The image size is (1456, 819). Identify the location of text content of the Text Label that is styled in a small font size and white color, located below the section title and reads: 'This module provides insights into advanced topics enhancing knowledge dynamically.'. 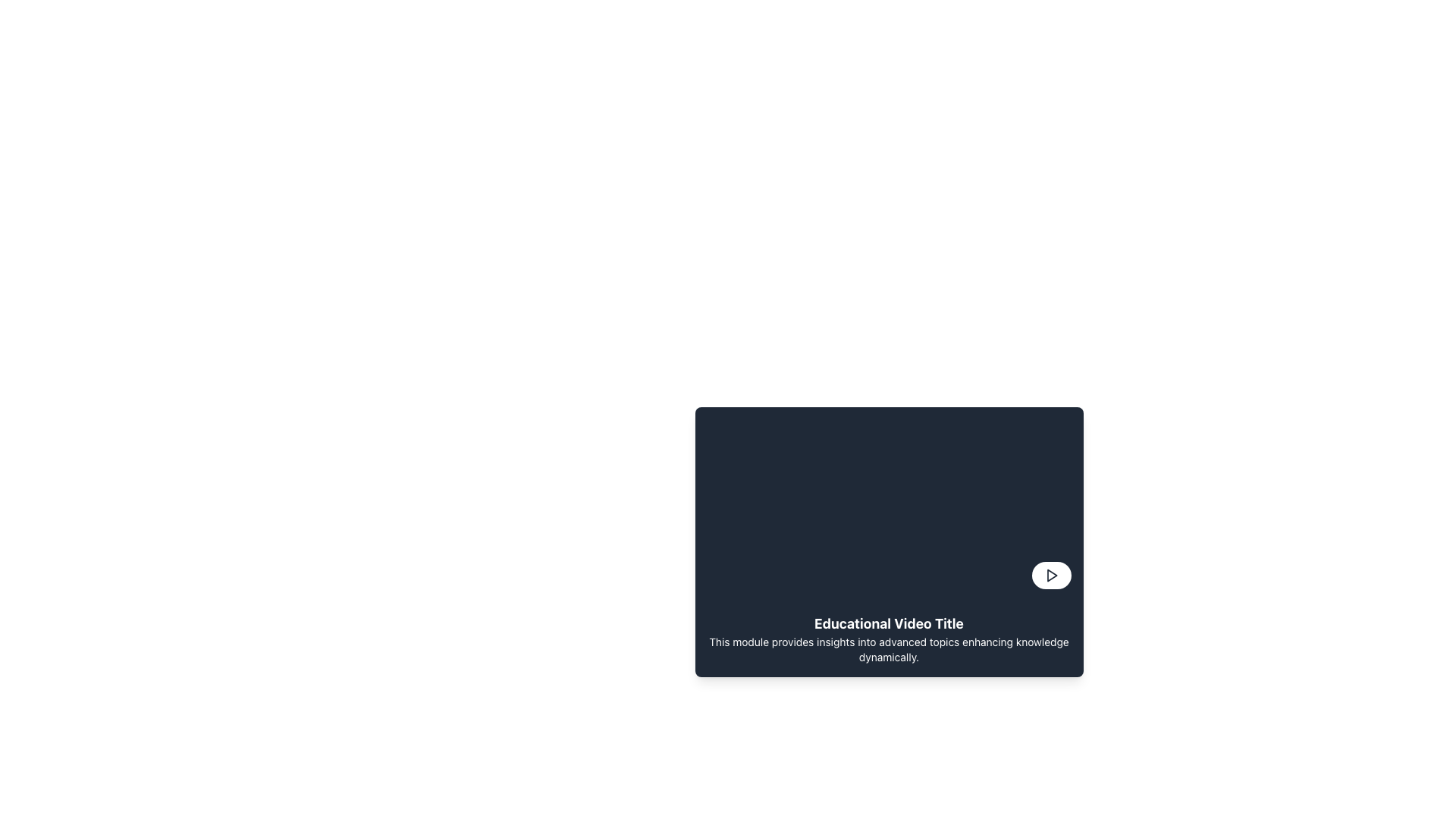
(889, 648).